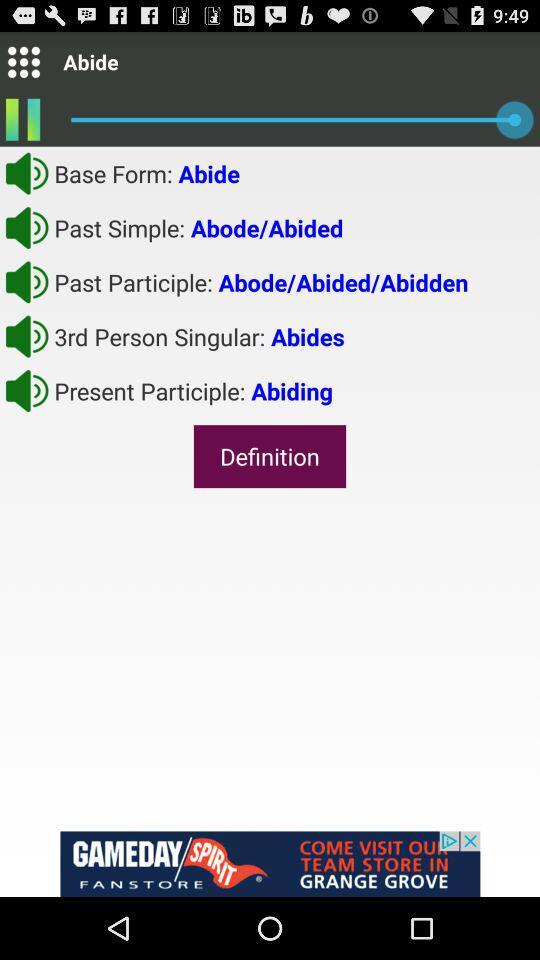 The image size is (540, 960). Describe the element at coordinates (26, 389) in the screenshot. I see `button` at that location.